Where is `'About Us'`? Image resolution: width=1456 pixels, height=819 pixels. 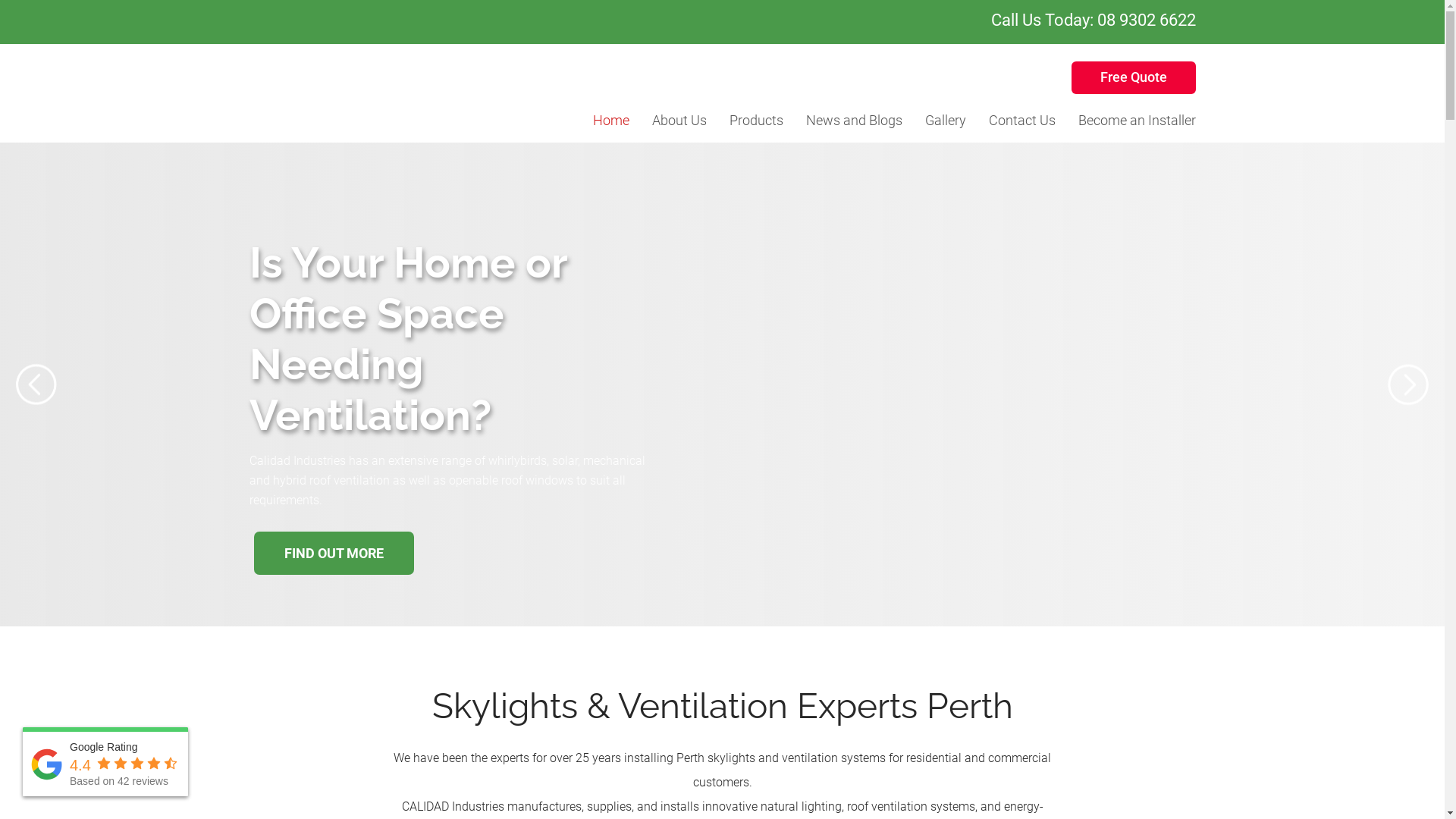 'About Us' is located at coordinates (679, 119).